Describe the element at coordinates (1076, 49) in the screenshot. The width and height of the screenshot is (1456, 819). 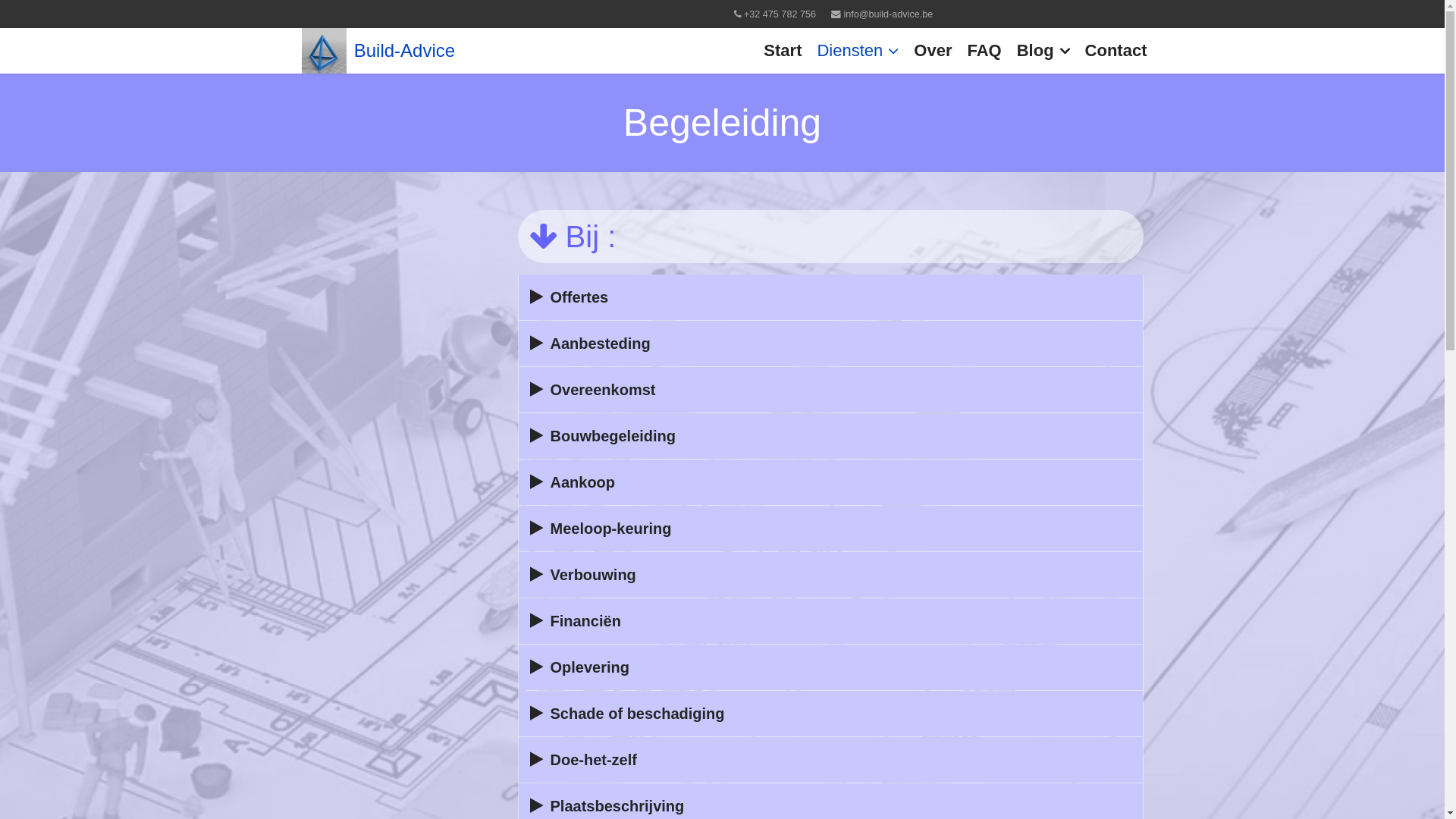
I see `'Contact'` at that location.